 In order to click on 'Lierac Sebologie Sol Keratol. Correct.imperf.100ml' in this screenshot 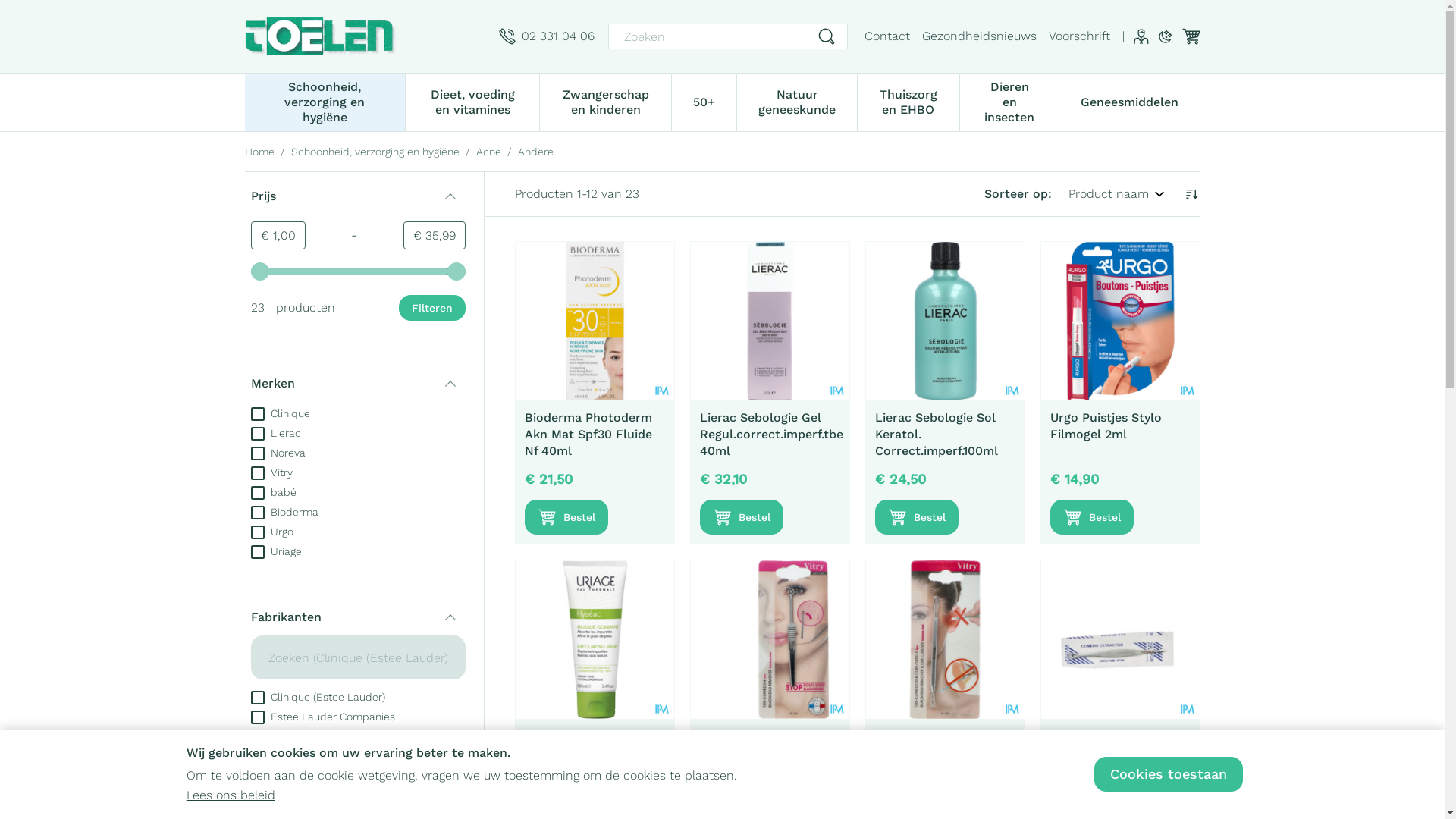, I will do `click(944, 320)`.